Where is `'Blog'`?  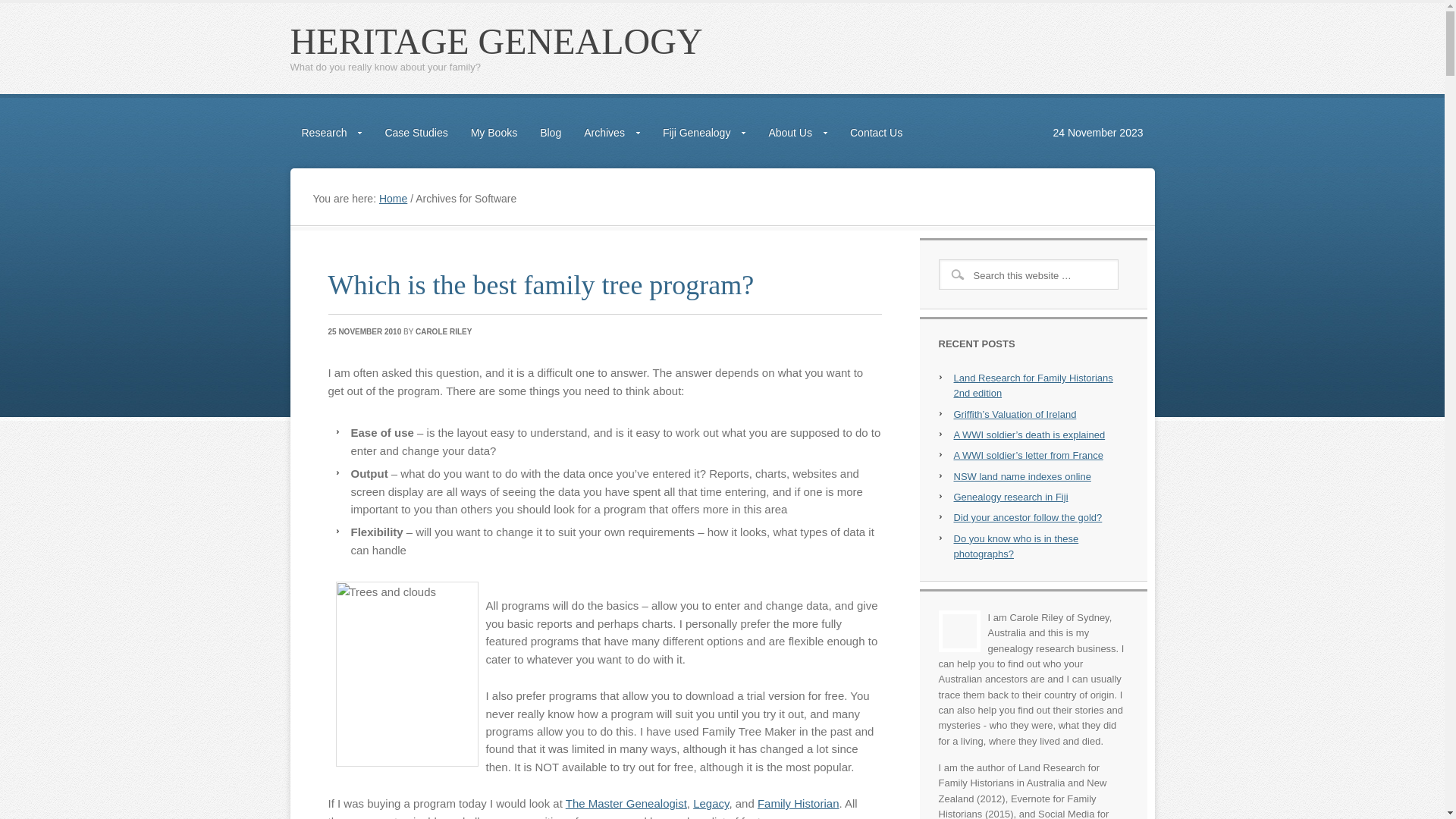
'Blog' is located at coordinates (528, 132).